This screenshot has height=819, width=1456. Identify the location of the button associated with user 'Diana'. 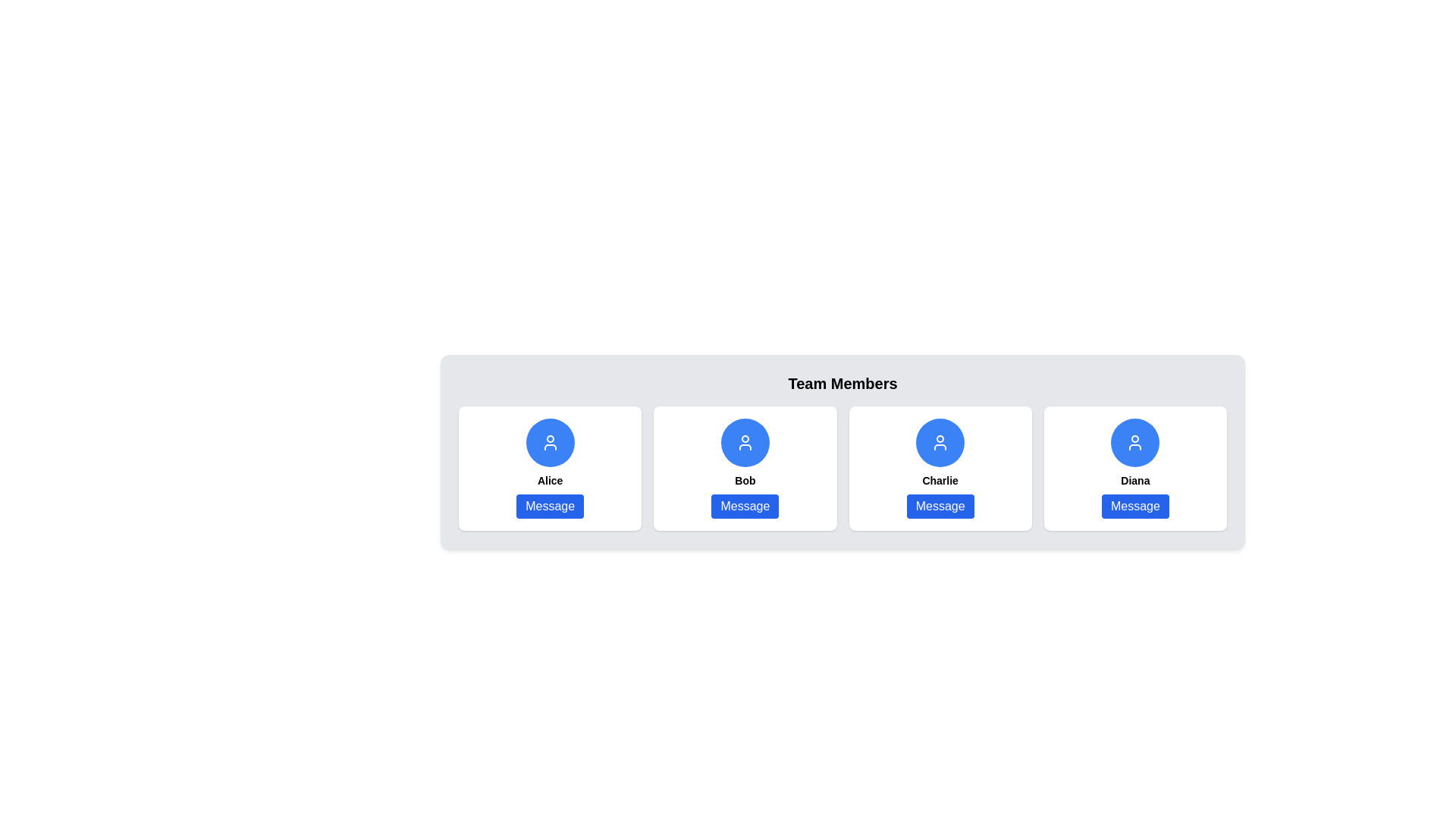
(1135, 506).